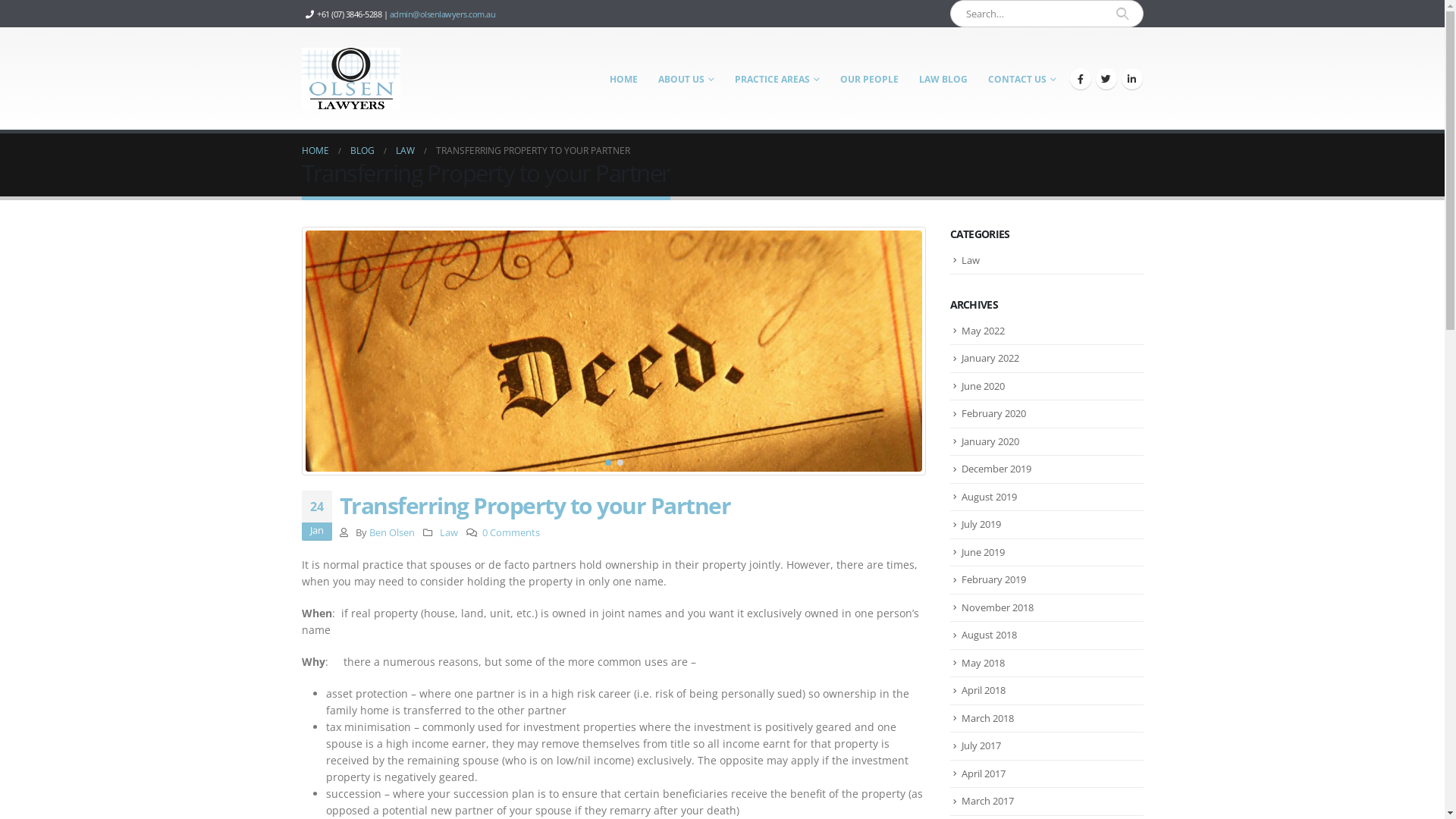  Describe the element at coordinates (315, 151) in the screenshot. I see `'HOME'` at that location.